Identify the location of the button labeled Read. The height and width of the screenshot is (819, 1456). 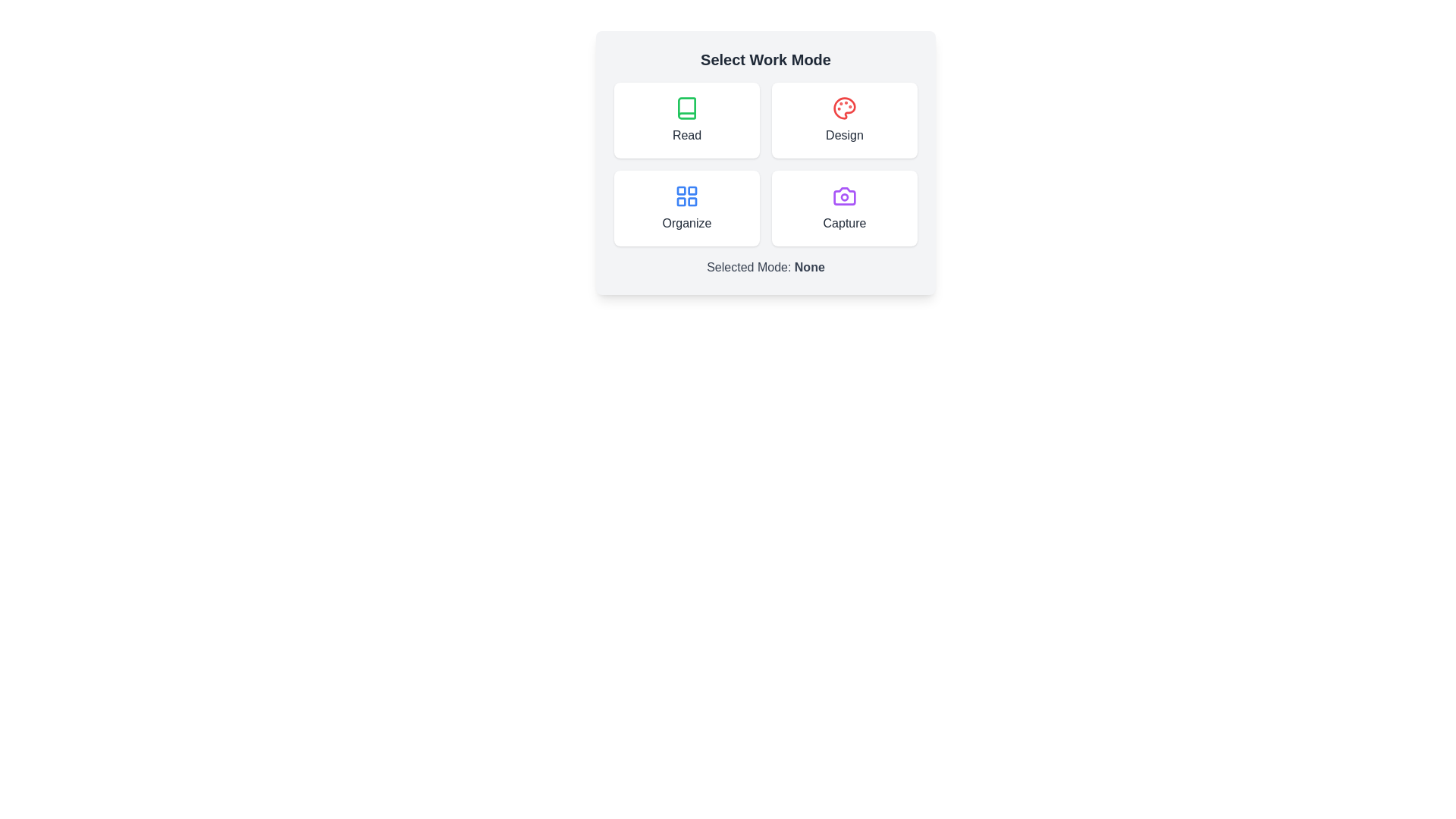
(686, 119).